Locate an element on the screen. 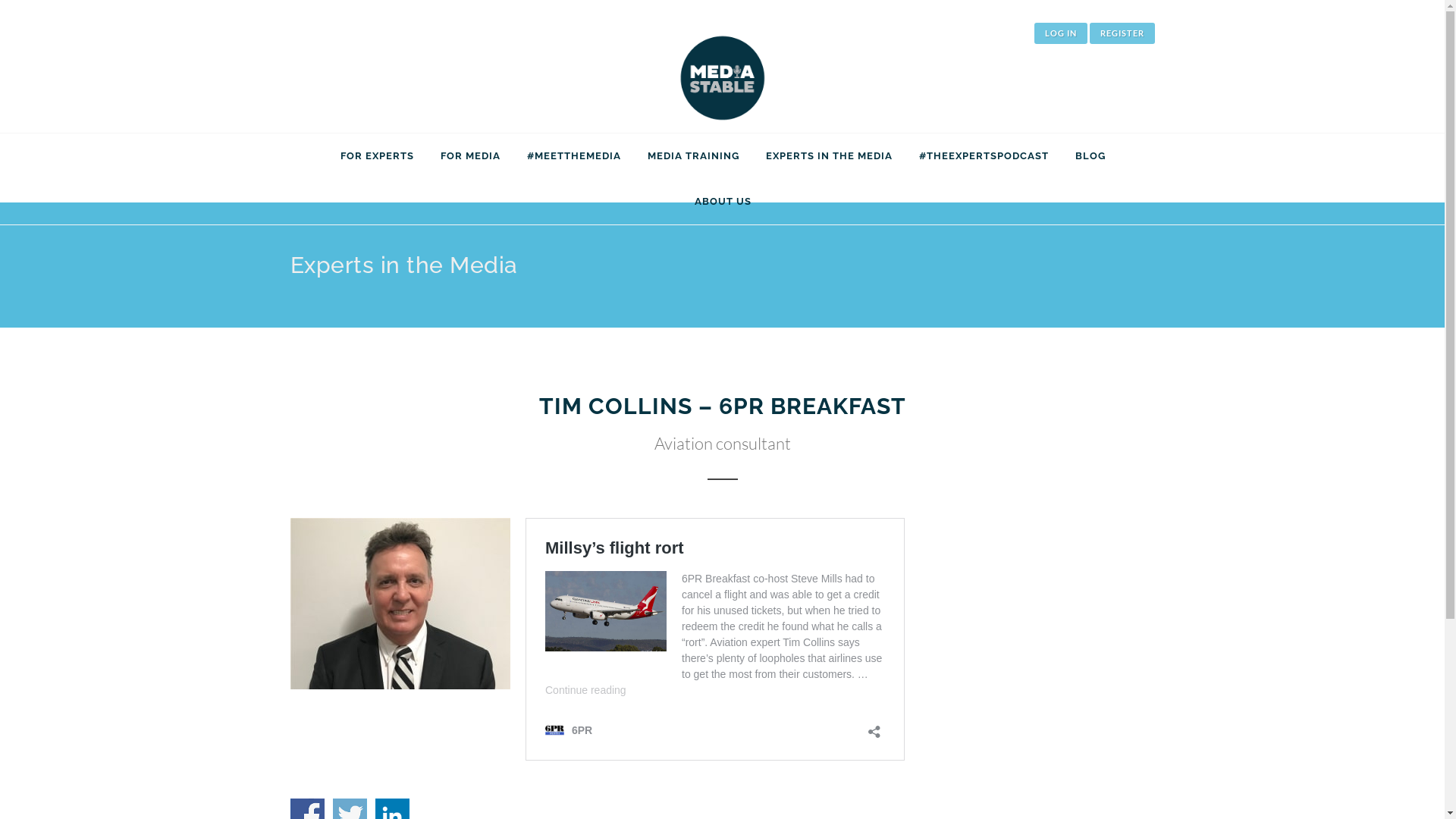 This screenshot has width=1456, height=819. 'LOG IN' is located at coordinates (1059, 33).